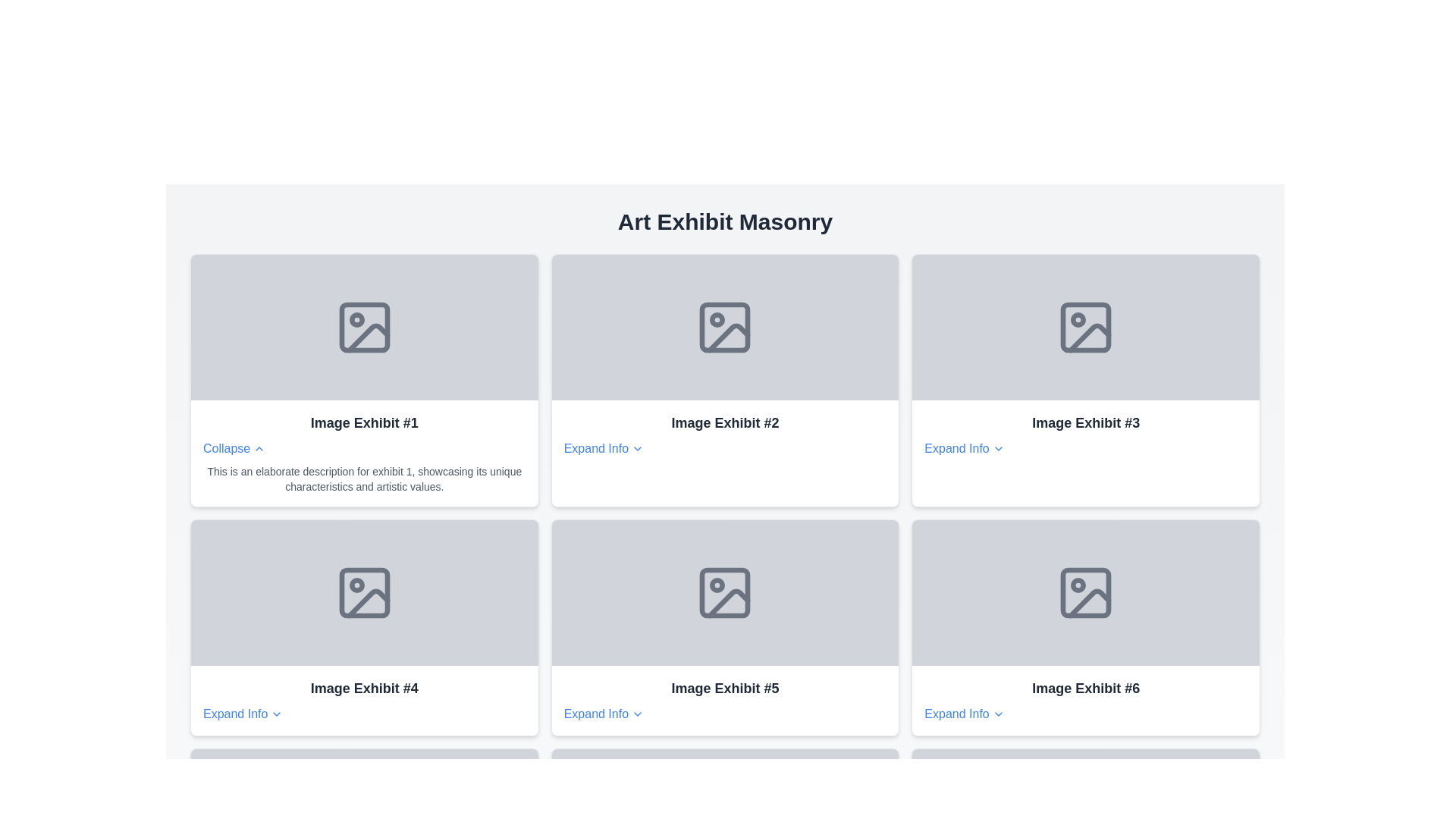 This screenshot has height=819, width=1456. Describe the element at coordinates (724, 592) in the screenshot. I see `the graphical icon styled to resemble a picture frame with rounded corners located in the central-bottom panel labeled 'Image Exhibit #5' to interact with its underlying function` at that location.